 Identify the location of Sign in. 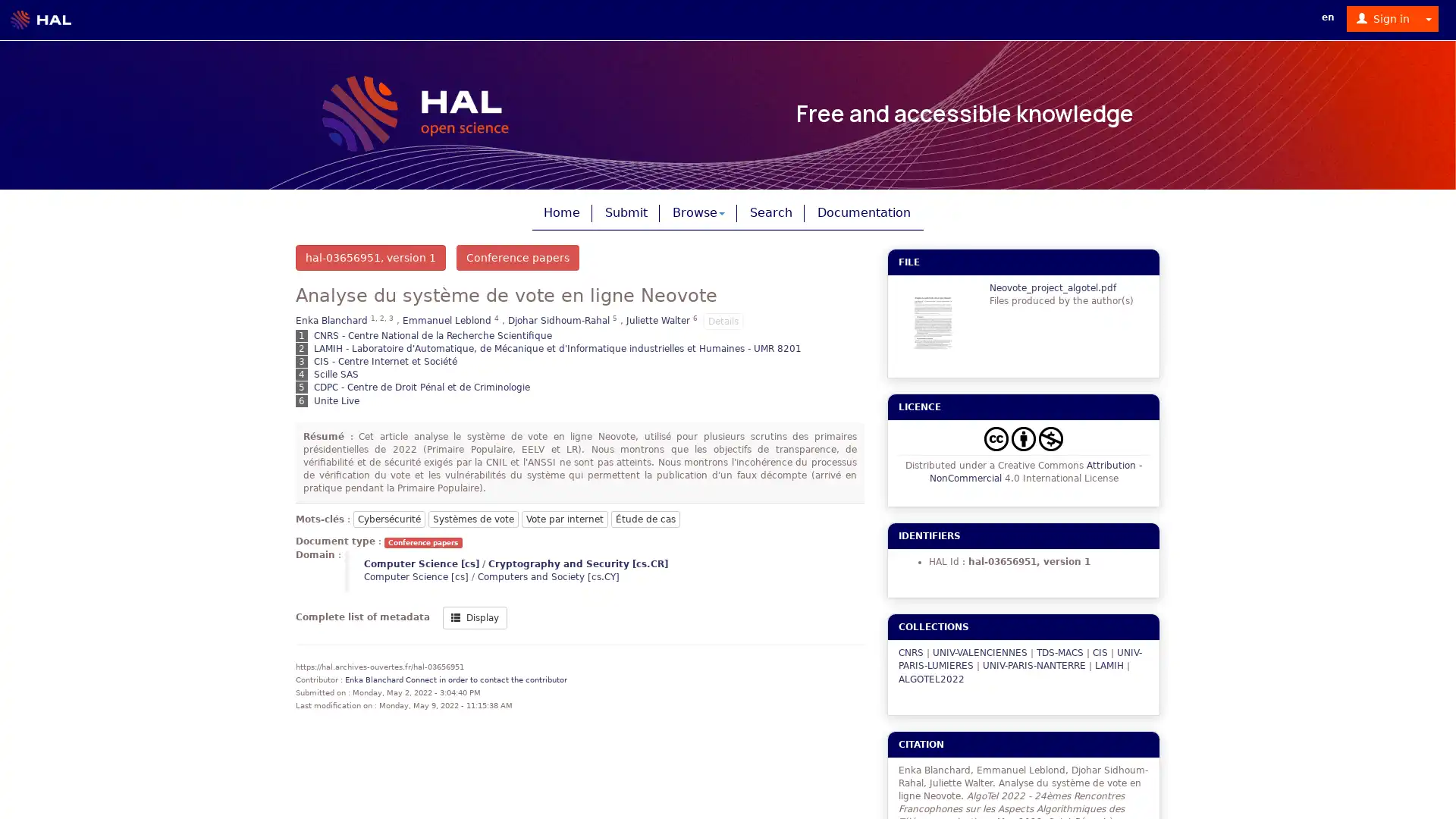
(1383, 18).